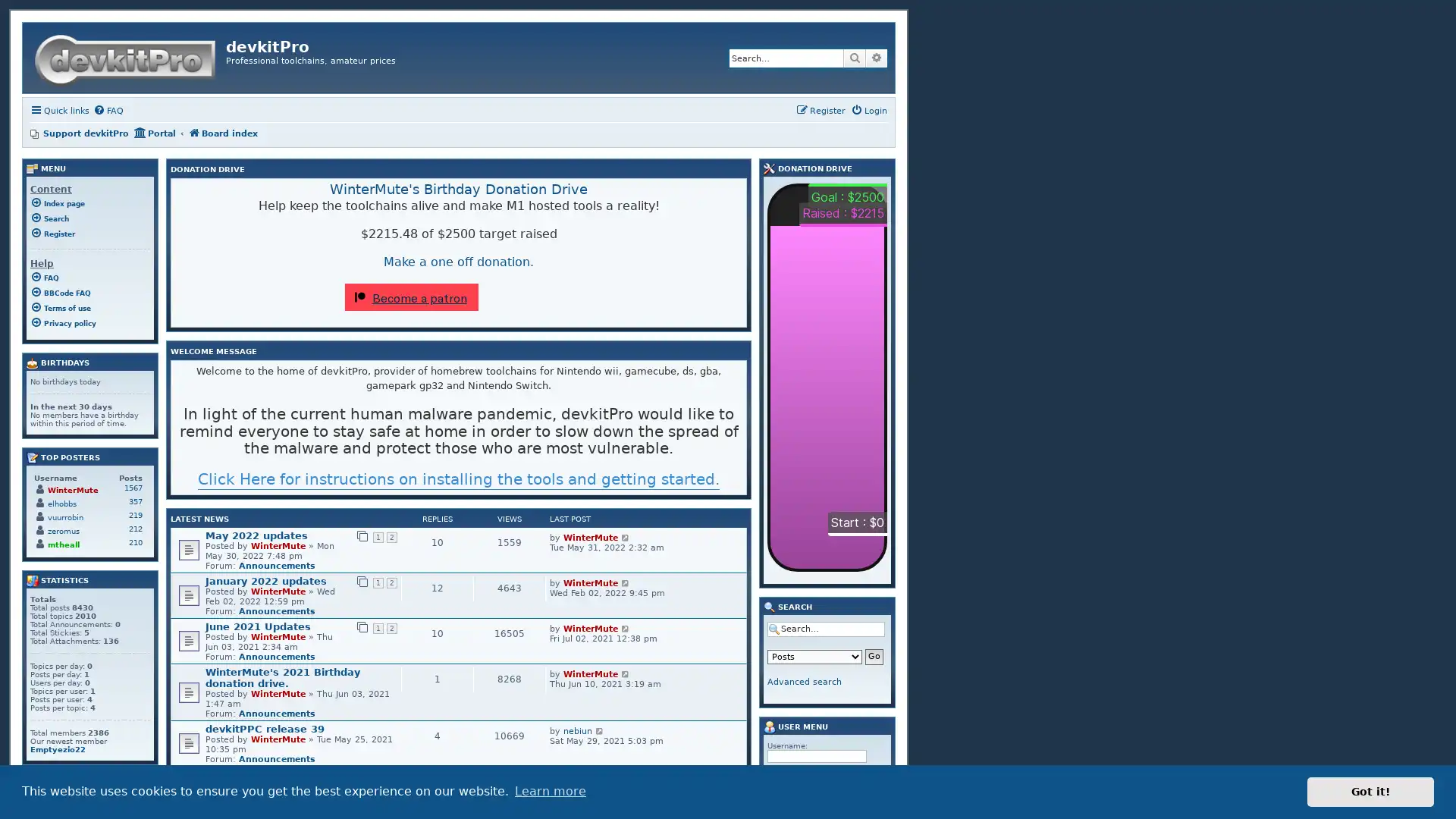 This screenshot has height=819, width=1456. What do you see at coordinates (667, 774) in the screenshot?
I see `2` at bounding box center [667, 774].